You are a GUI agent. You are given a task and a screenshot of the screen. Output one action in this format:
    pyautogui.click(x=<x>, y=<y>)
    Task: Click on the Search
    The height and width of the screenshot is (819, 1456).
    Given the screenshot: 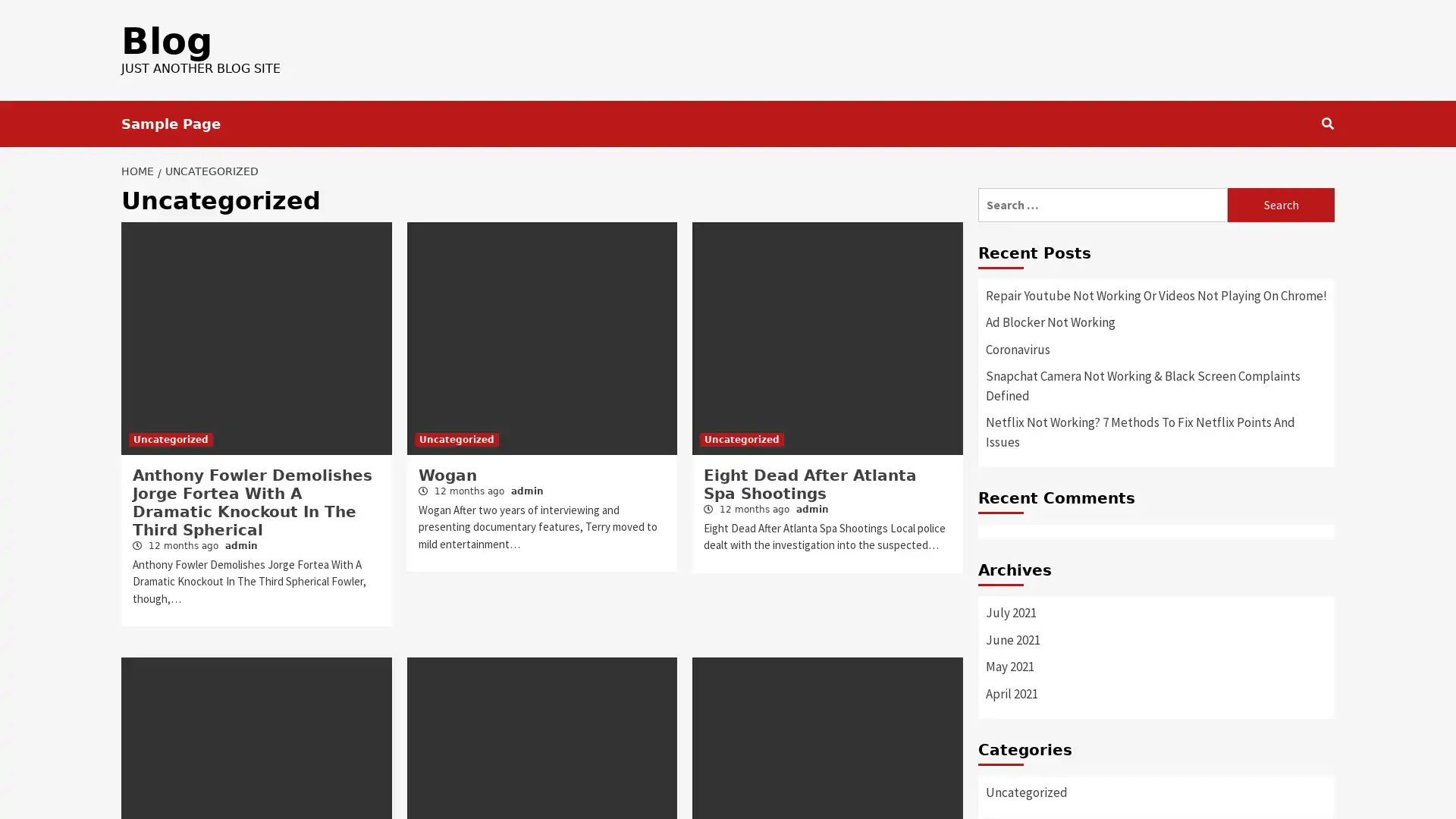 What is the action you would take?
    pyautogui.click(x=1280, y=203)
    